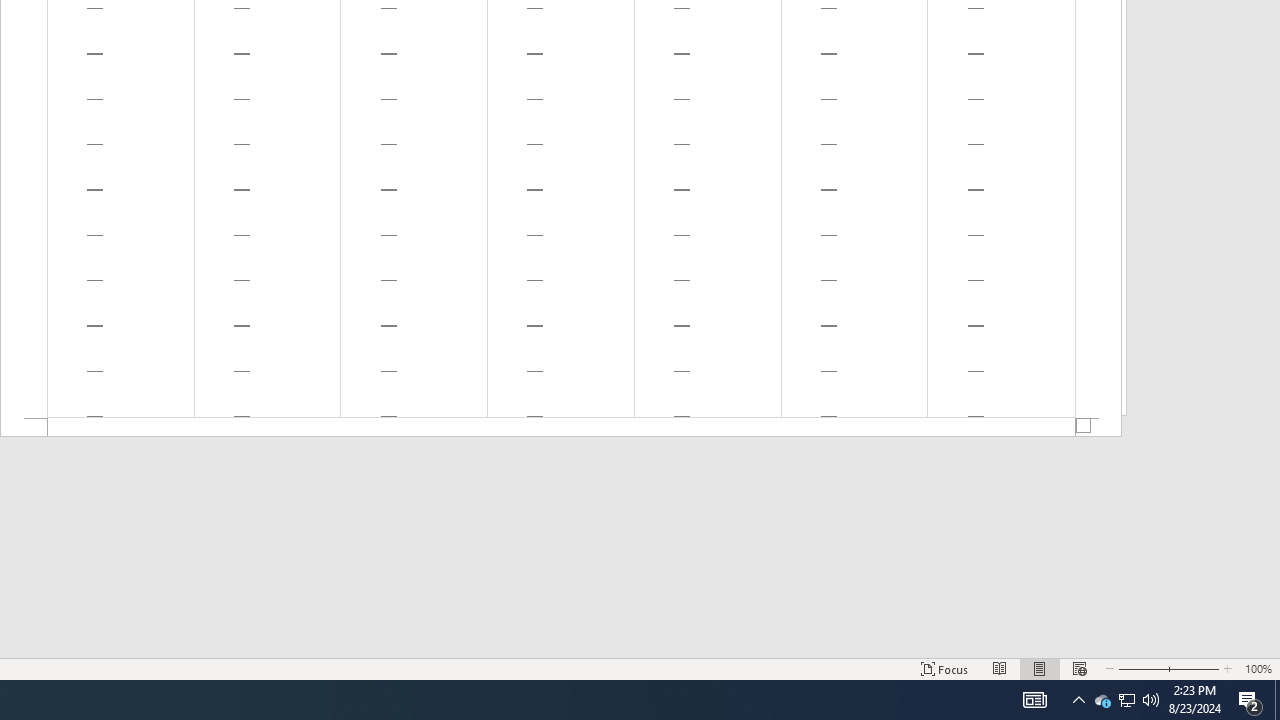 The width and height of the screenshot is (1280, 720). What do you see at coordinates (943, 669) in the screenshot?
I see `'Focus '` at bounding box center [943, 669].